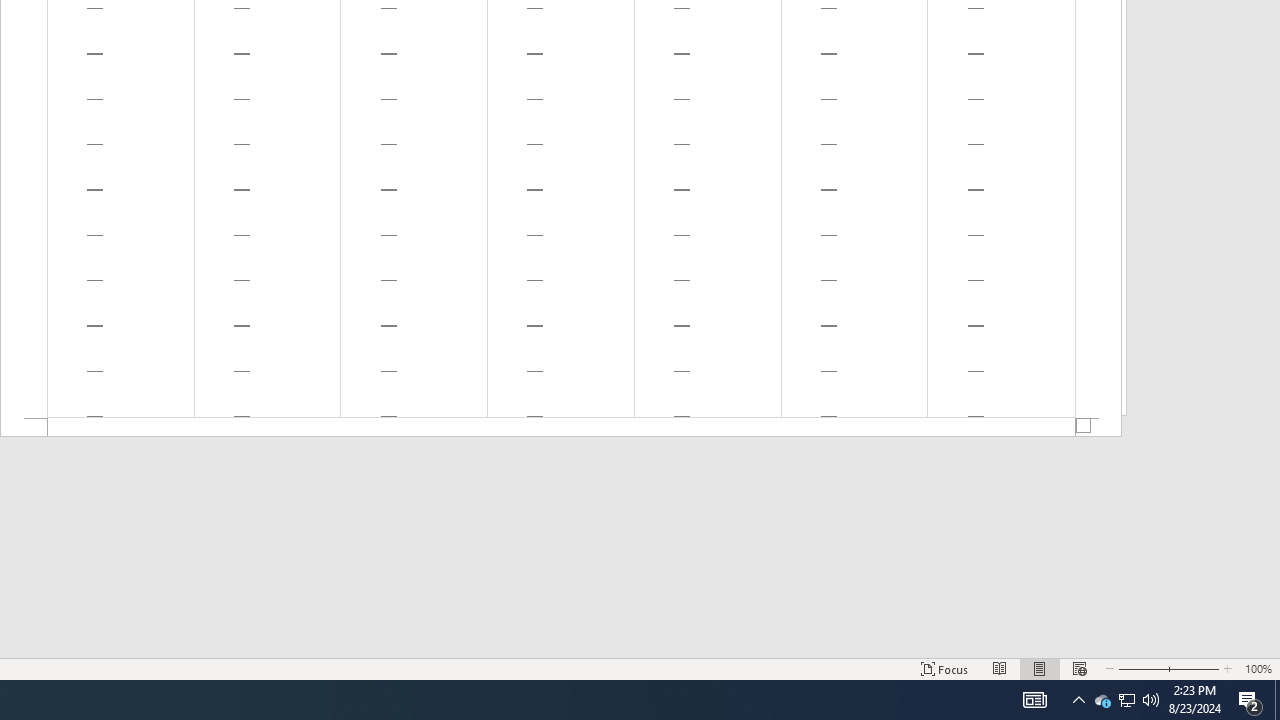 The width and height of the screenshot is (1280, 720). What do you see at coordinates (943, 669) in the screenshot?
I see `'Focus '` at bounding box center [943, 669].